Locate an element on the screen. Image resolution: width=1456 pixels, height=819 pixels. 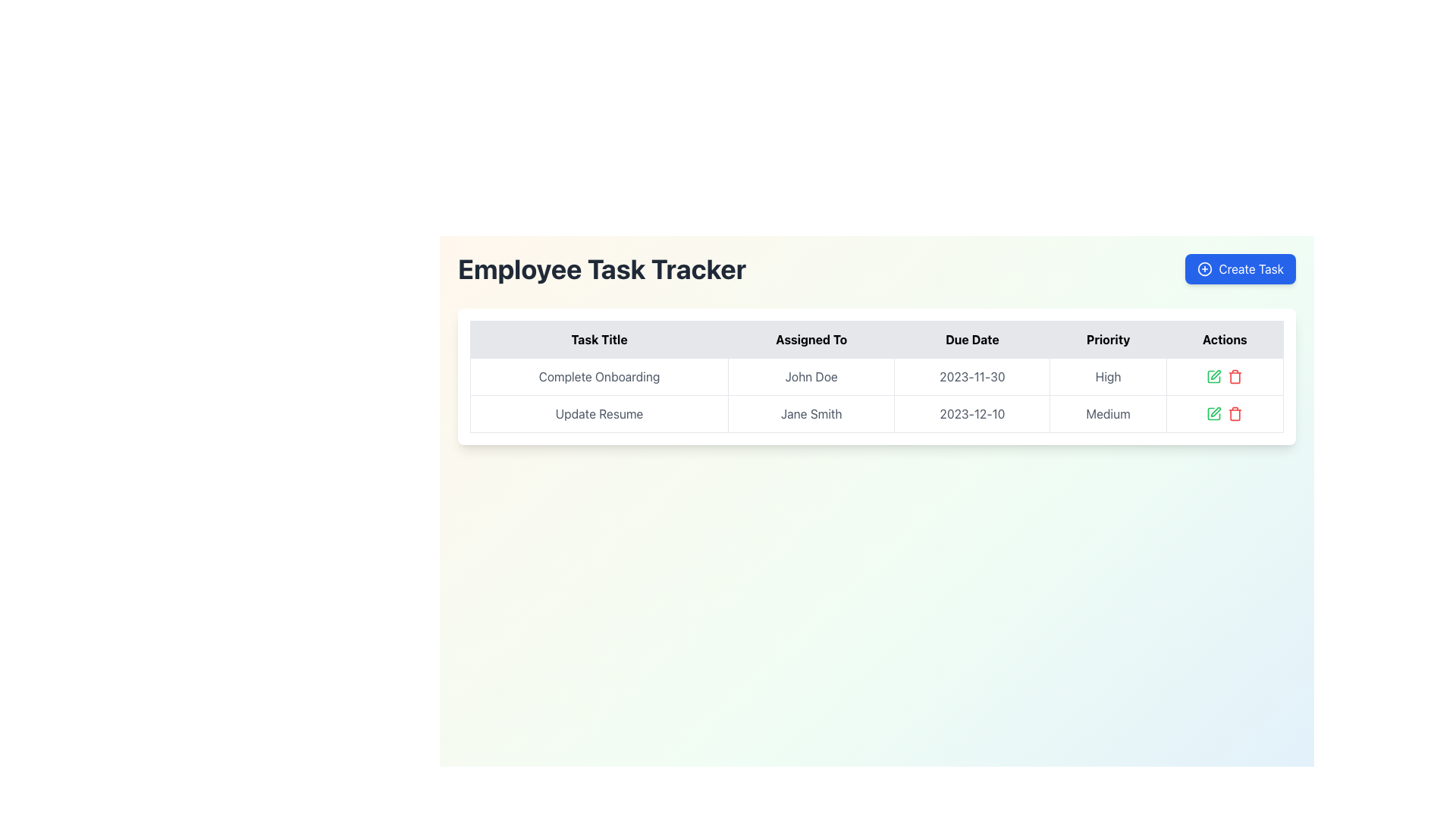
the trash can icon located in the Actions column of the second row of the task table is located at coordinates (1235, 377).